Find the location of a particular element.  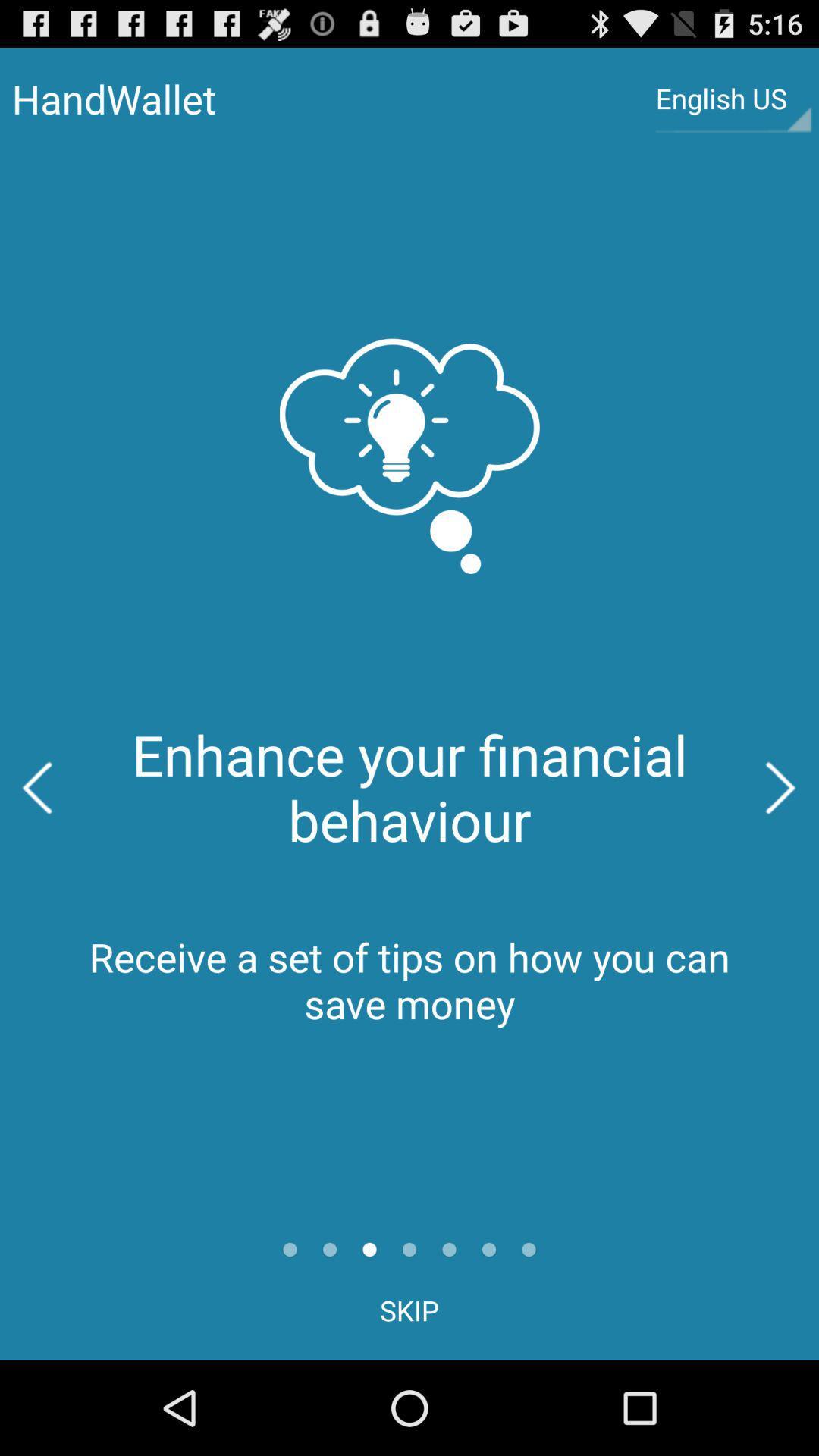

icon on the left is located at coordinates (36, 788).